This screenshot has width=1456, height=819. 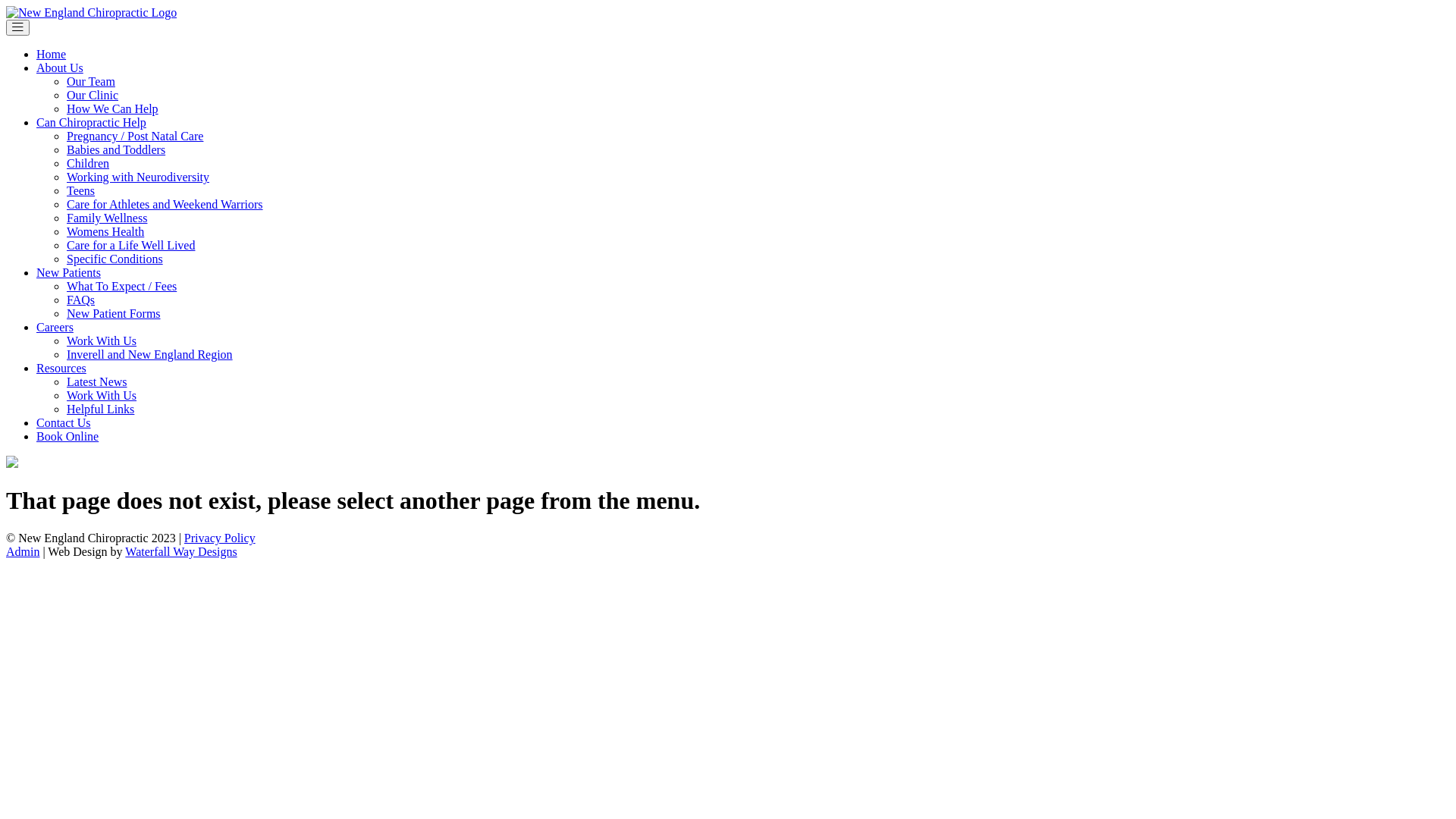 What do you see at coordinates (59, 67) in the screenshot?
I see `'About Us'` at bounding box center [59, 67].